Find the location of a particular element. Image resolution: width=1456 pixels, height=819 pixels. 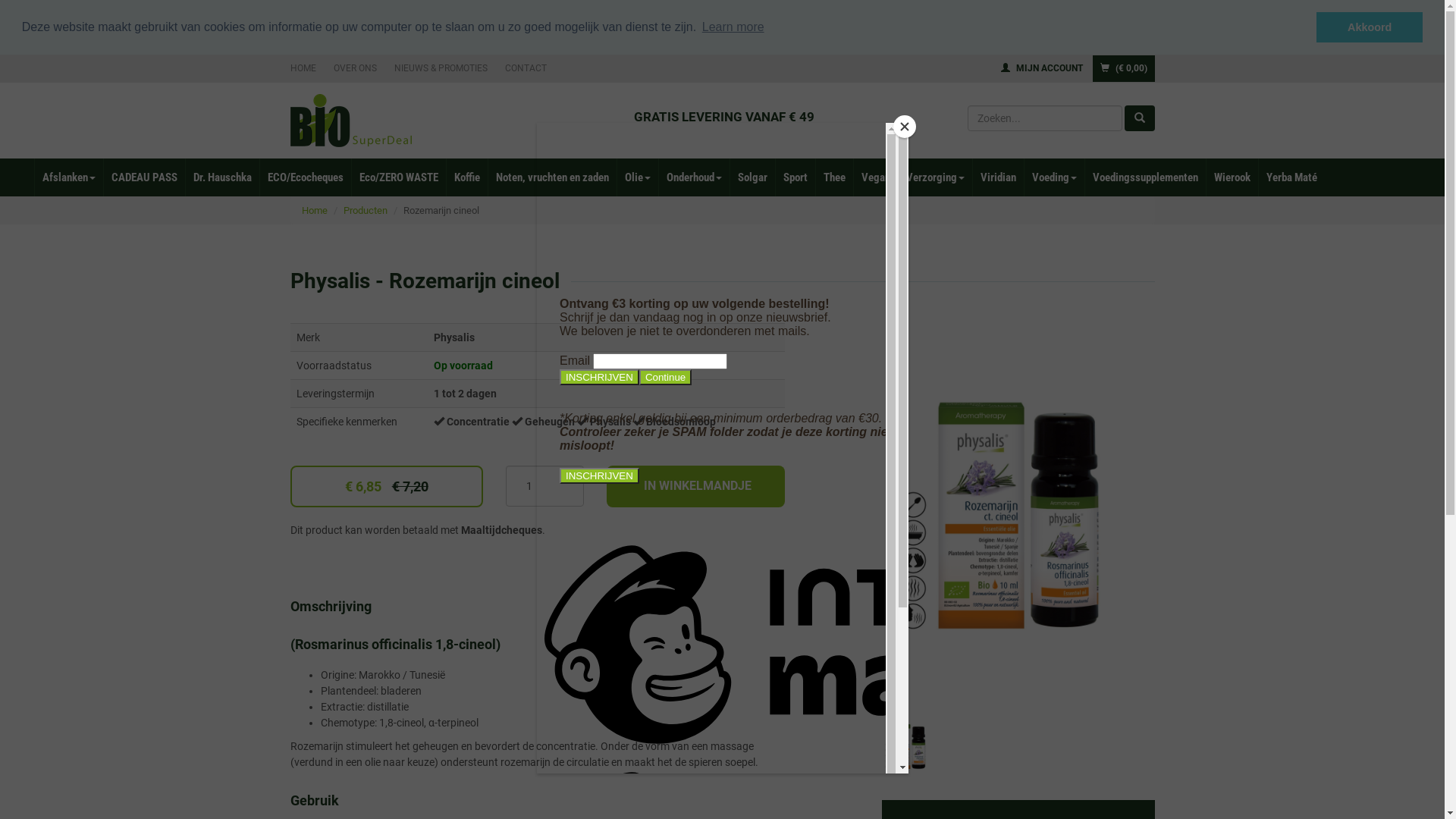

'Onderhoud' is located at coordinates (693, 175).